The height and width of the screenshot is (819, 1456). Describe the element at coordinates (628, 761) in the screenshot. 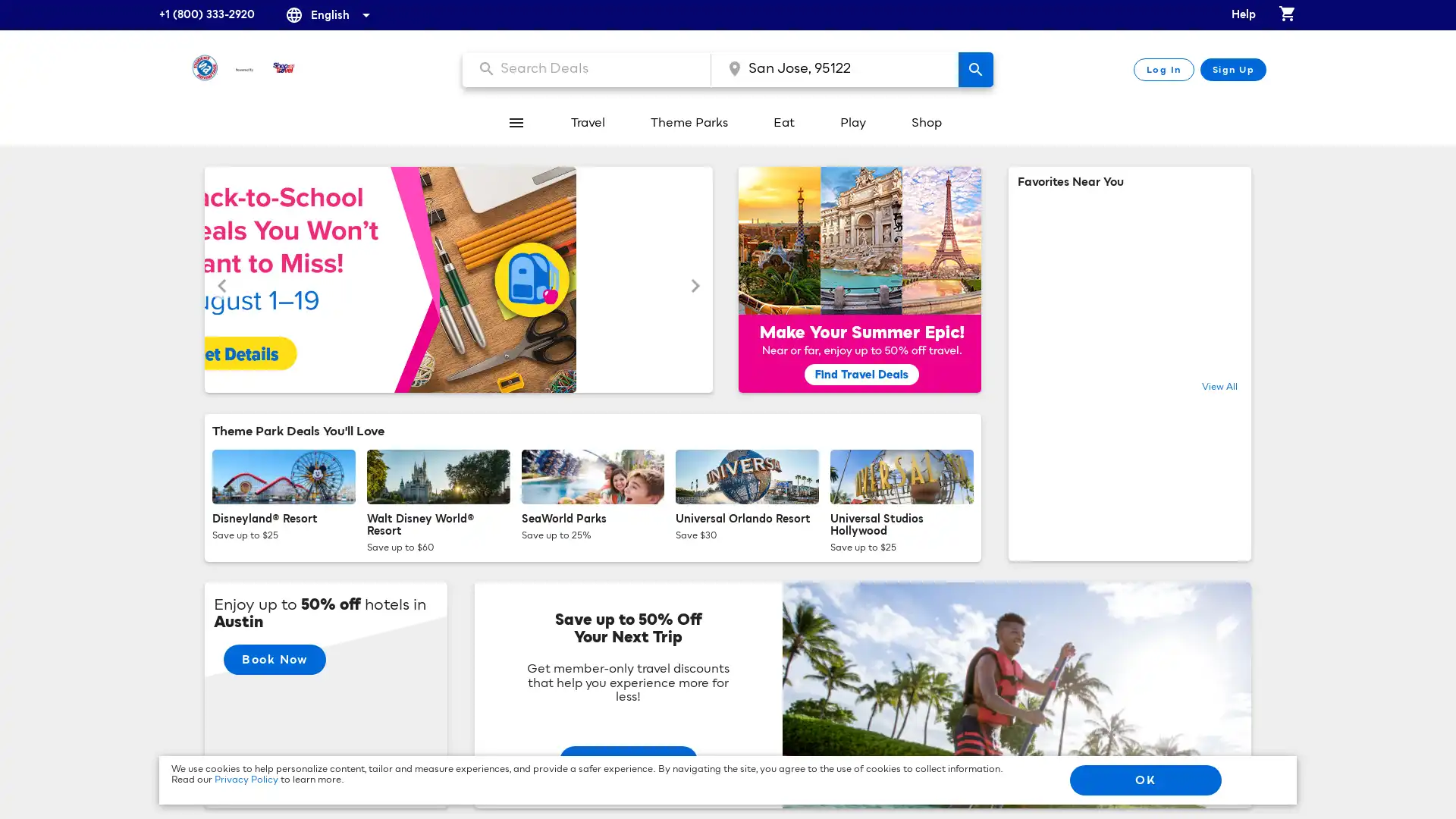

I see `Start Planning!` at that location.